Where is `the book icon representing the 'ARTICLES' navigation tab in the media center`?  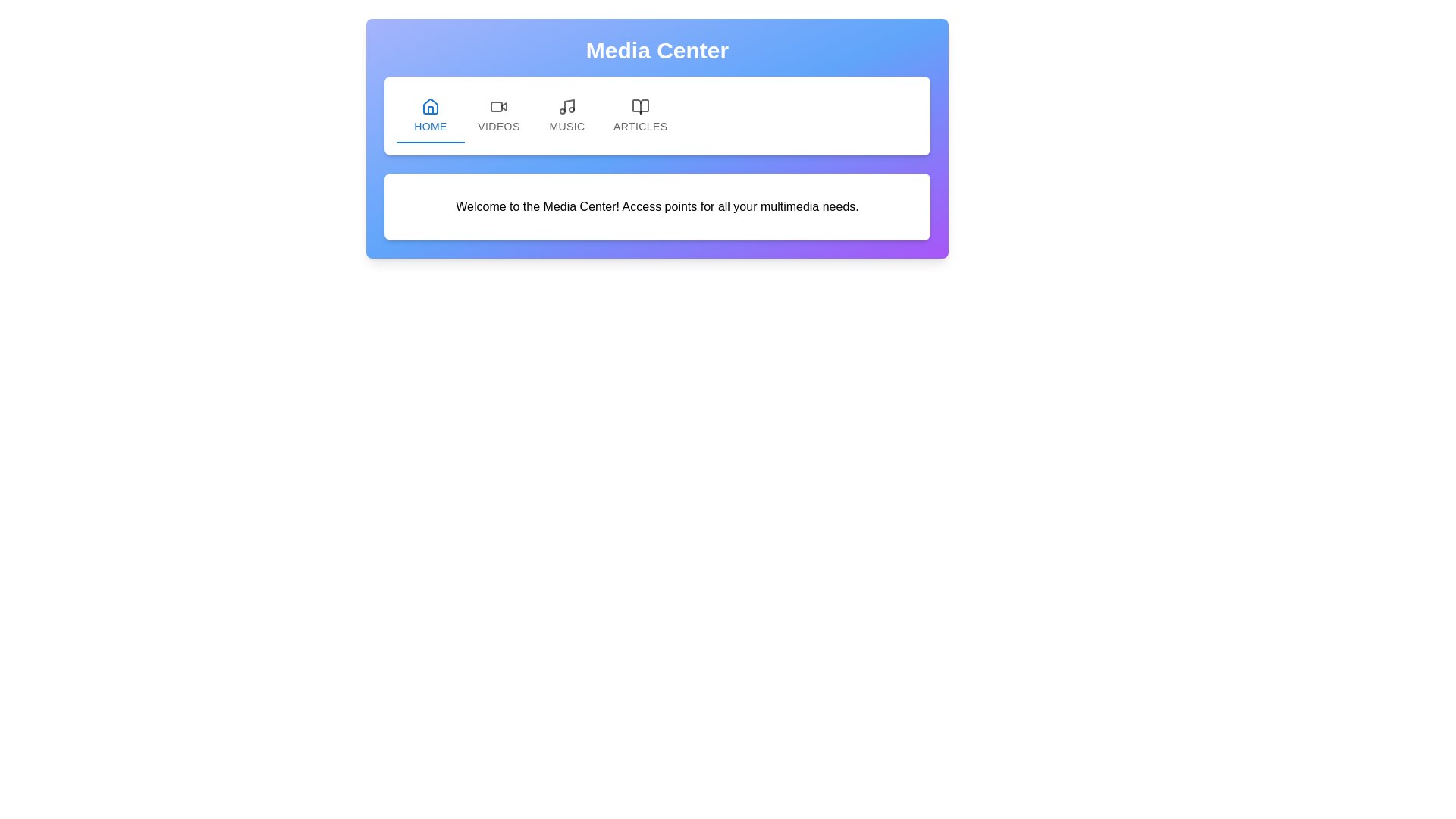 the book icon representing the 'ARTICLES' navigation tab in the media center is located at coordinates (640, 106).